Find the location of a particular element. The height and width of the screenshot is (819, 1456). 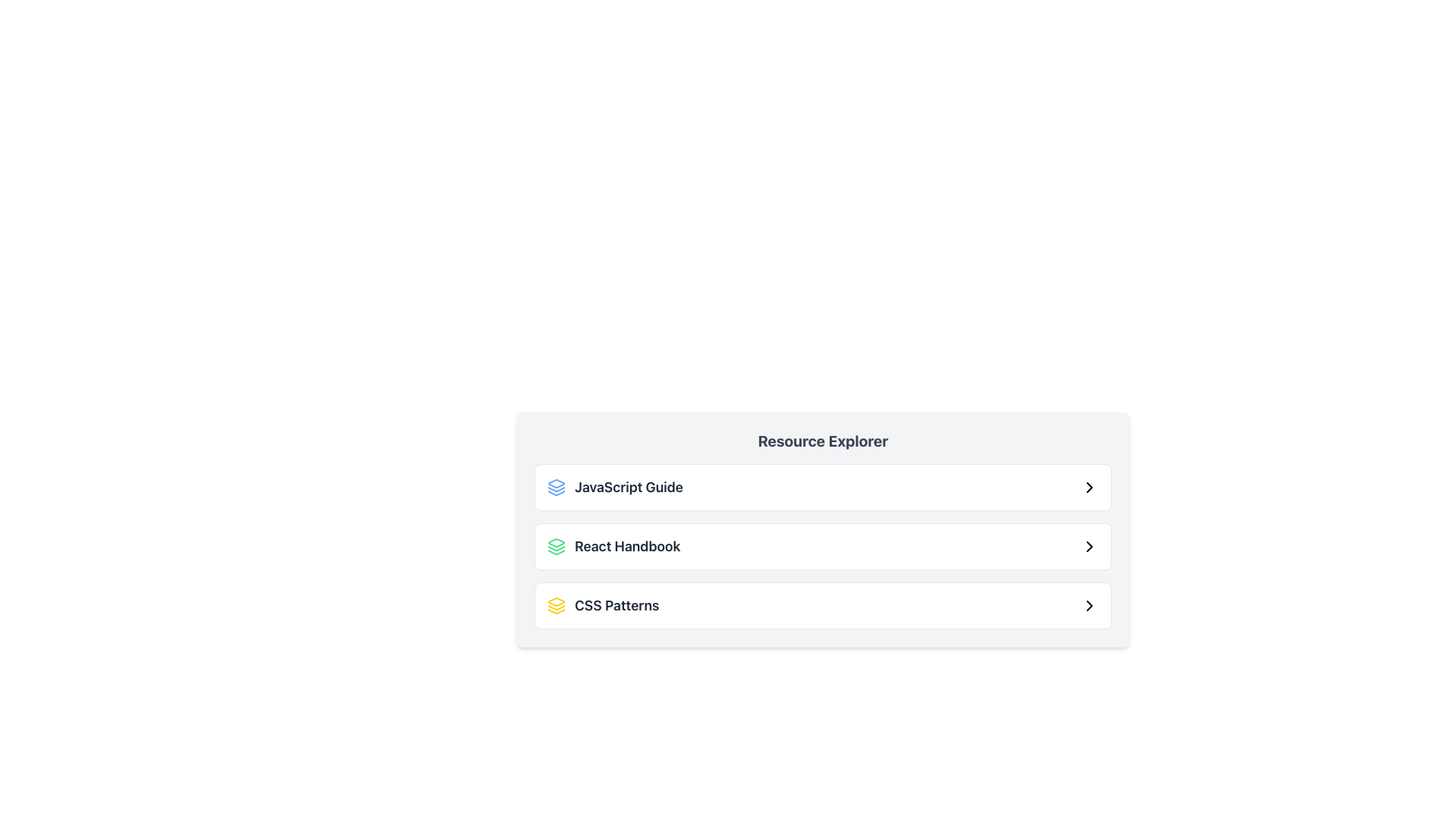

the right-facing chevron icon located in the 'React Handbook' section, positioned at the far right, adjacent to the text 'React Handbook' is located at coordinates (1088, 547).